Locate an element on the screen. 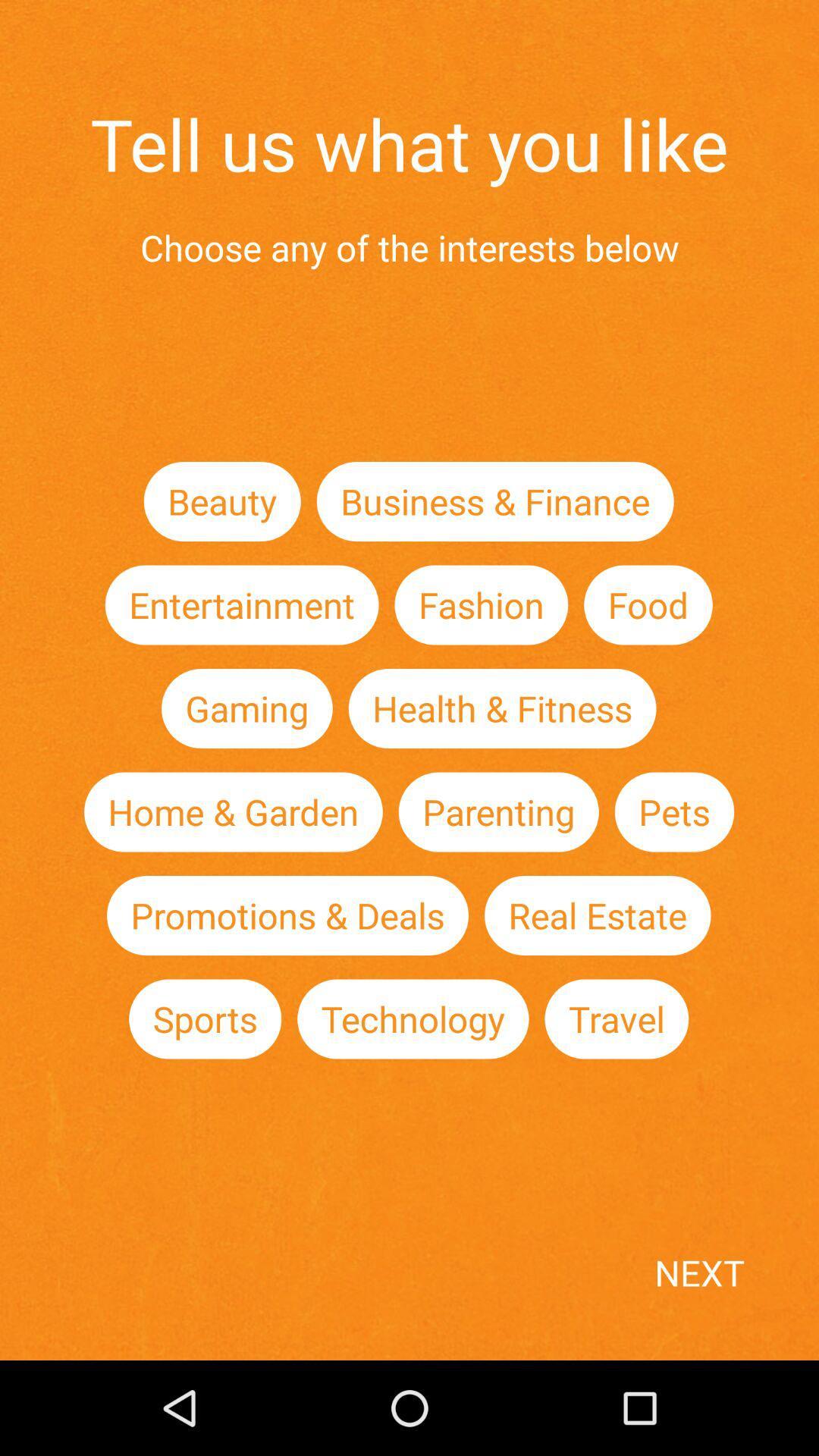 Image resolution: width=819 pixels, height=1456 pixels. item below the beauty item is located at coordinates (241, 604).